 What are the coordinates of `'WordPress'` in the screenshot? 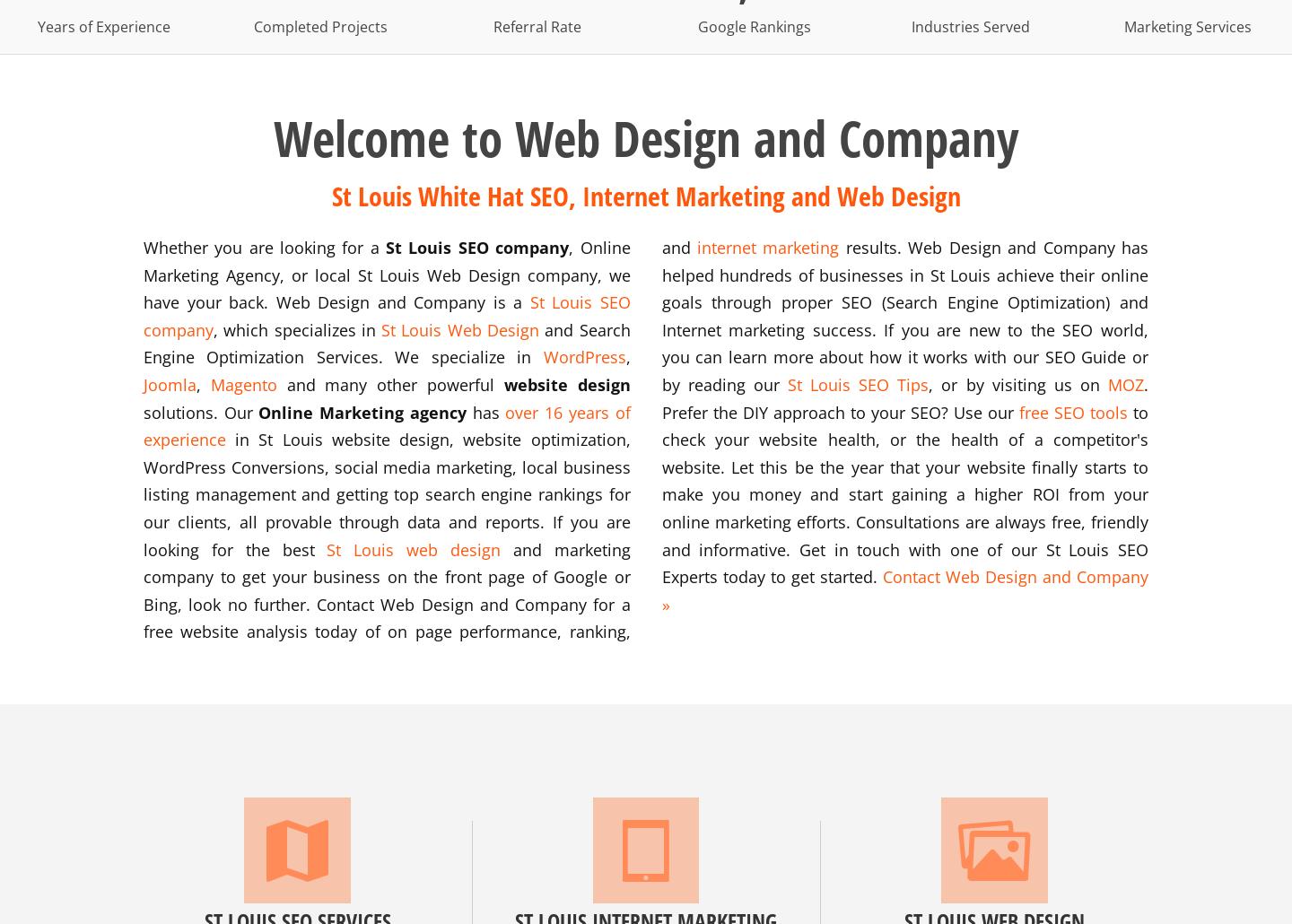 It's located at (583, 356).